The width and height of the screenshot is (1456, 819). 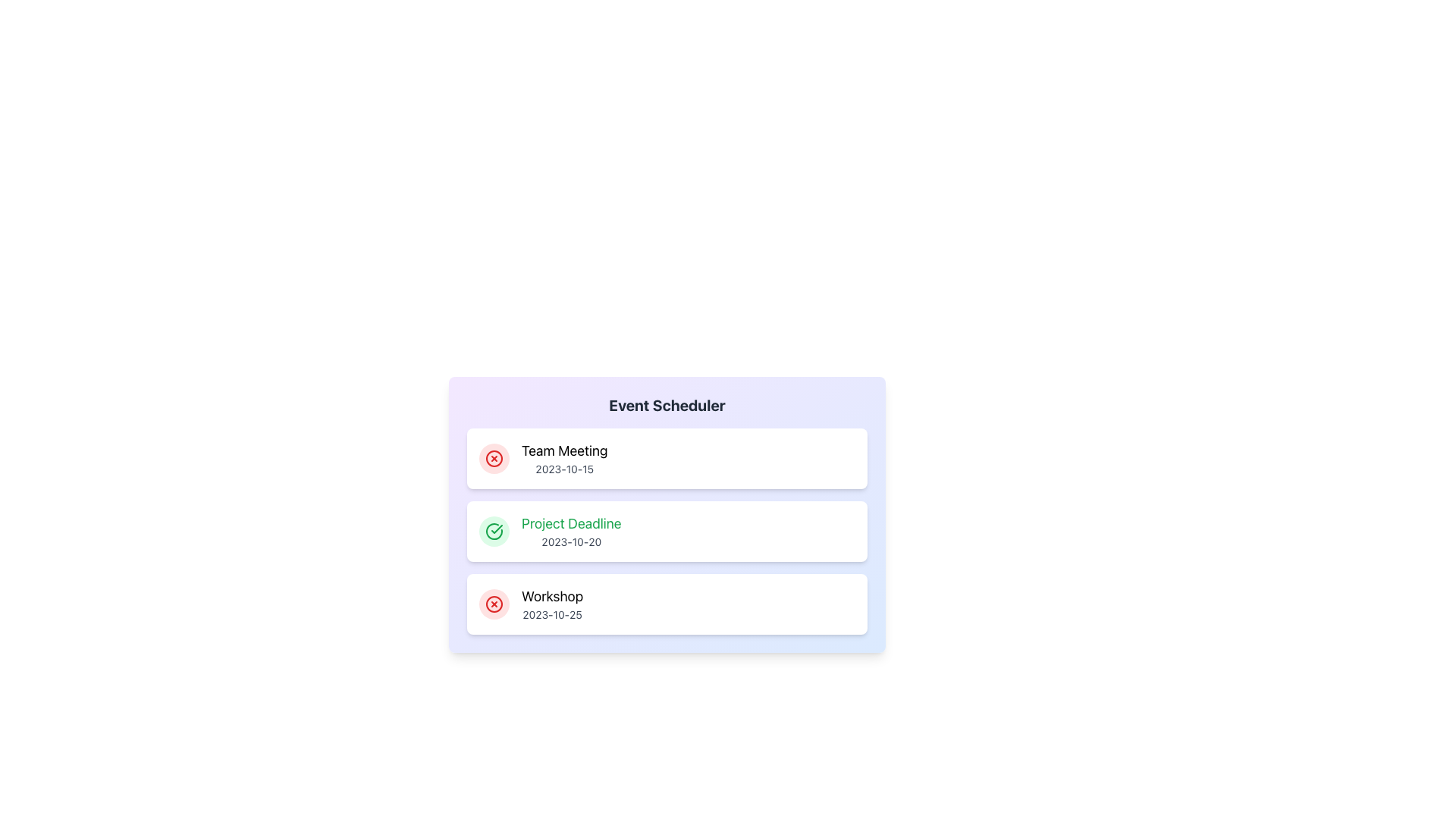 I want to click on the second event card in the vertical list within the 'Event Scheduler', so click(x=667, y=513).